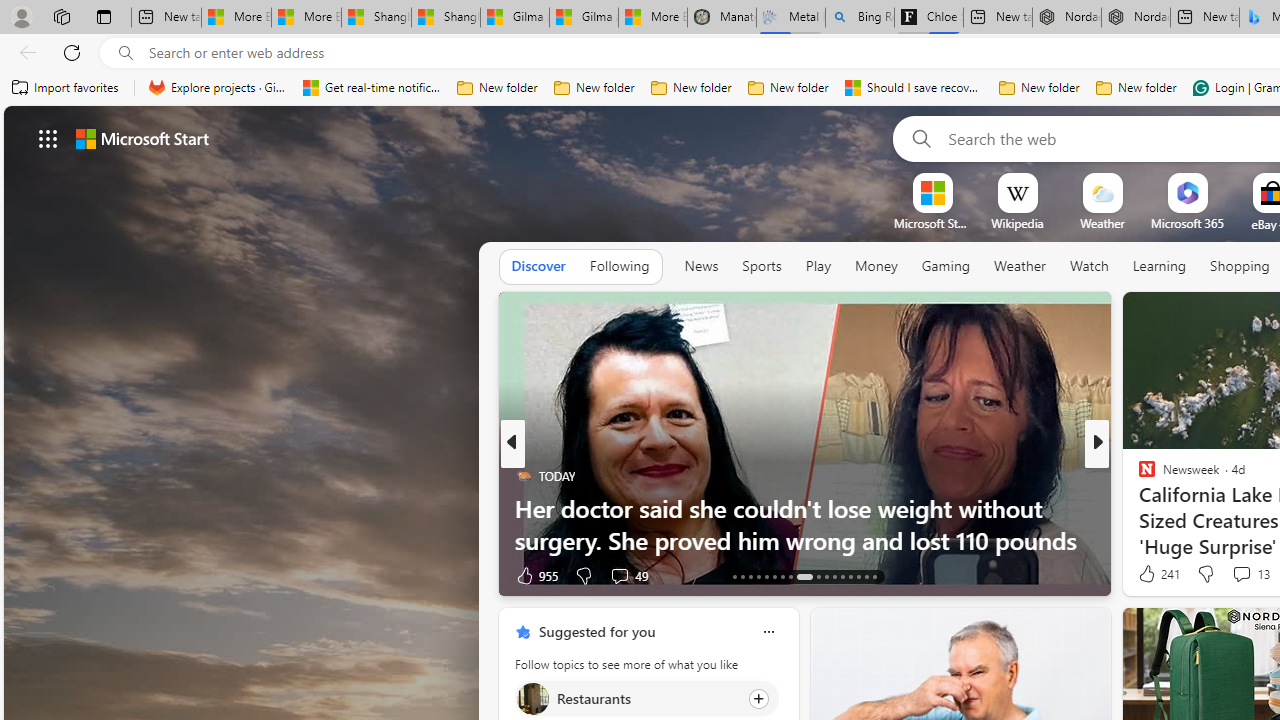 The image size is (1280, 720). Describe the element at coordinates (1204, 574) in the screenshot. I see `'Dislike'` at that location.